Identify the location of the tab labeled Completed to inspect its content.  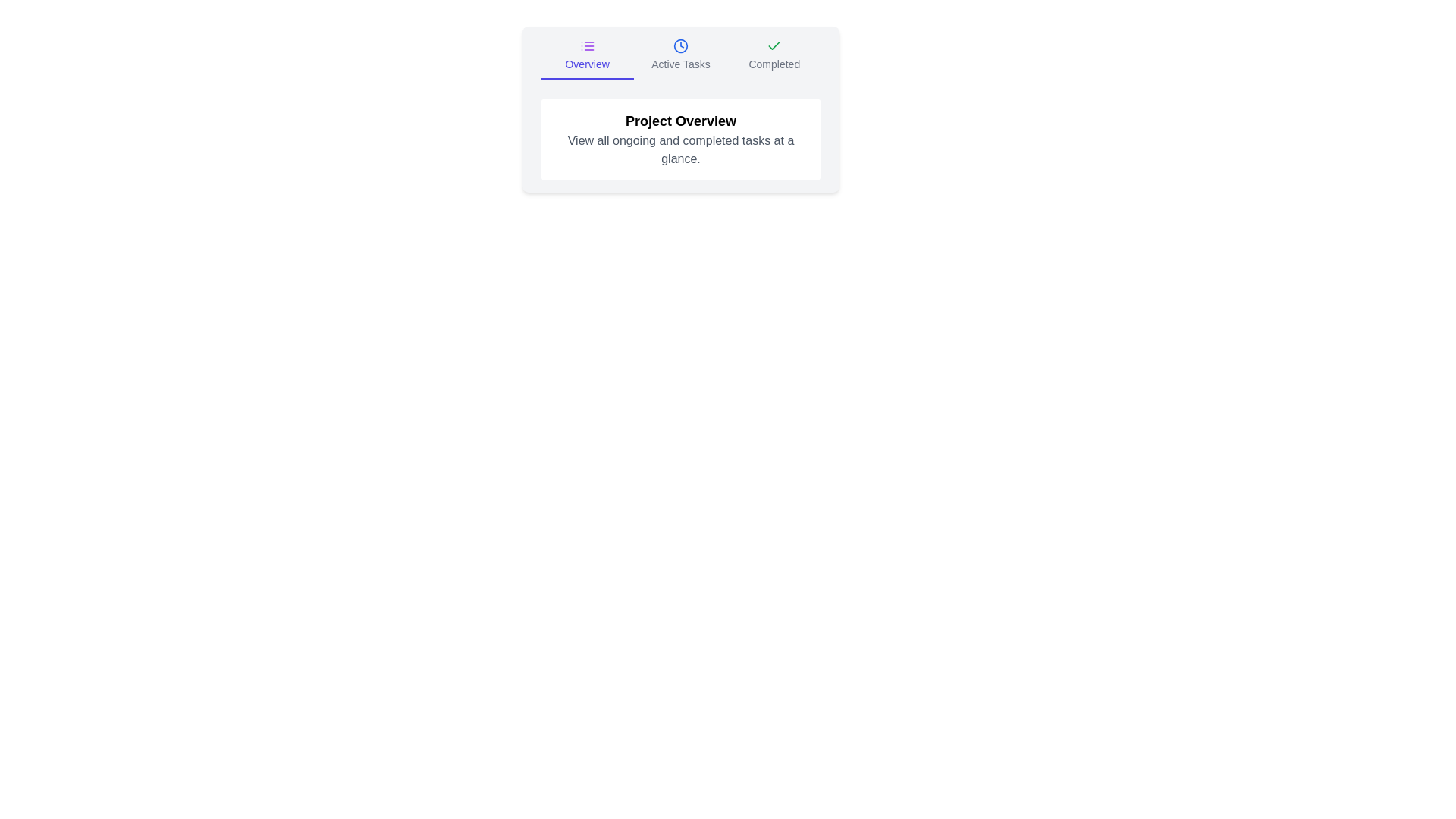
(774, 58).